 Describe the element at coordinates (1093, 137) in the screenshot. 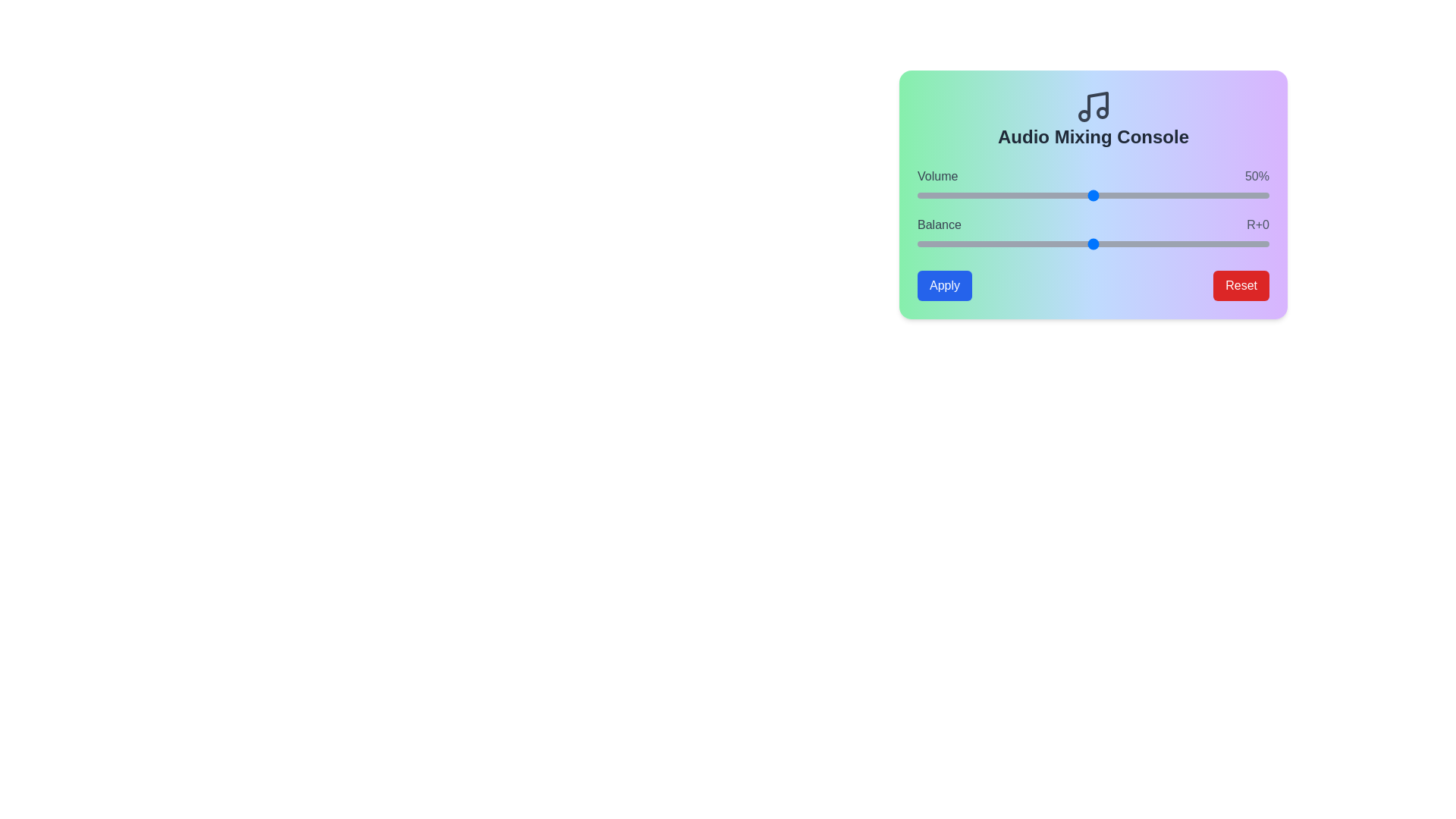

I see `the text element displaying 'Audio Mixing Console', which is centrally positioned below a musical note icon` at that location.